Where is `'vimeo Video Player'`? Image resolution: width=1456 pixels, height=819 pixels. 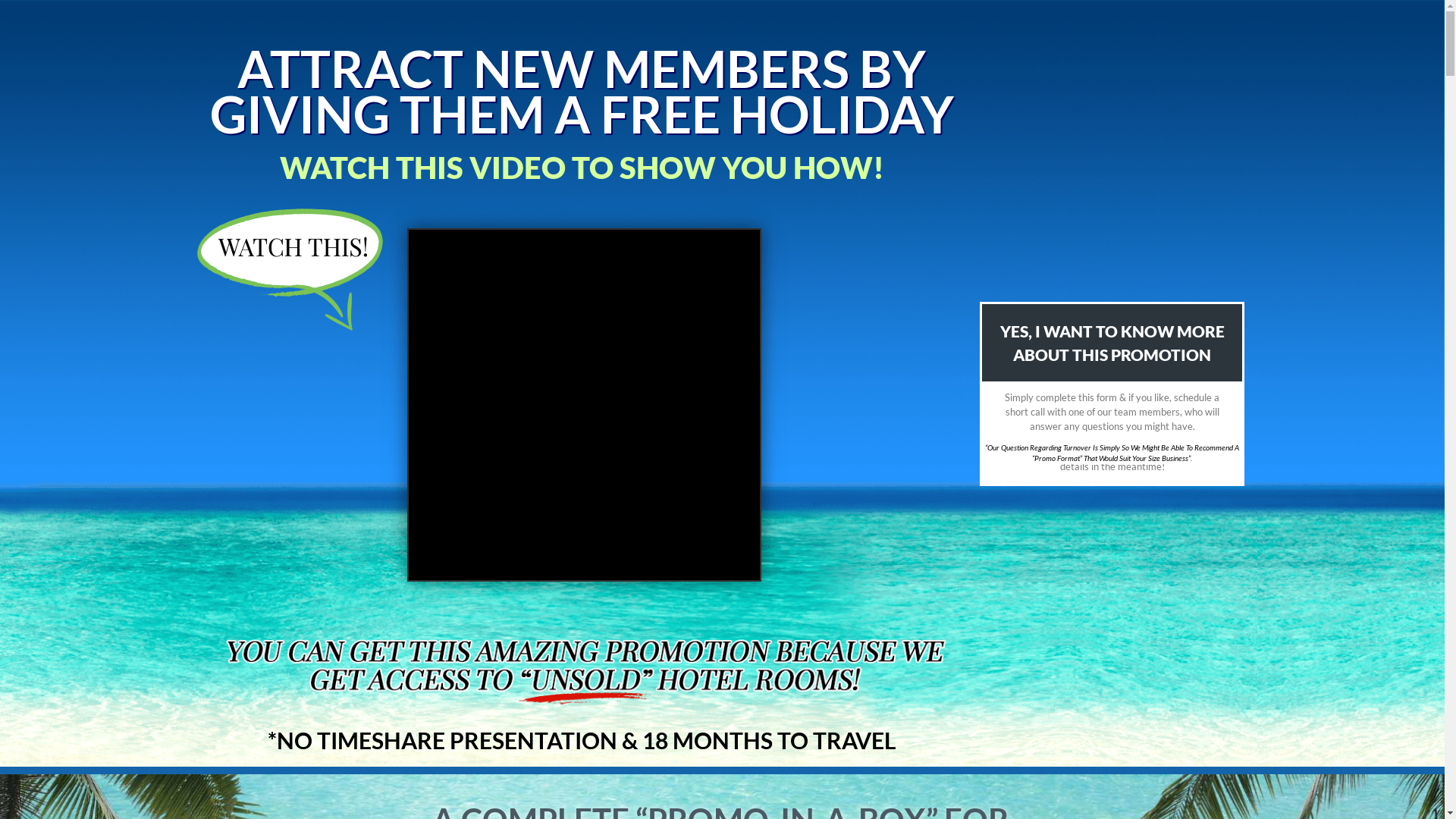
'vimeo Video Player' is located at coordinates (582, 403).